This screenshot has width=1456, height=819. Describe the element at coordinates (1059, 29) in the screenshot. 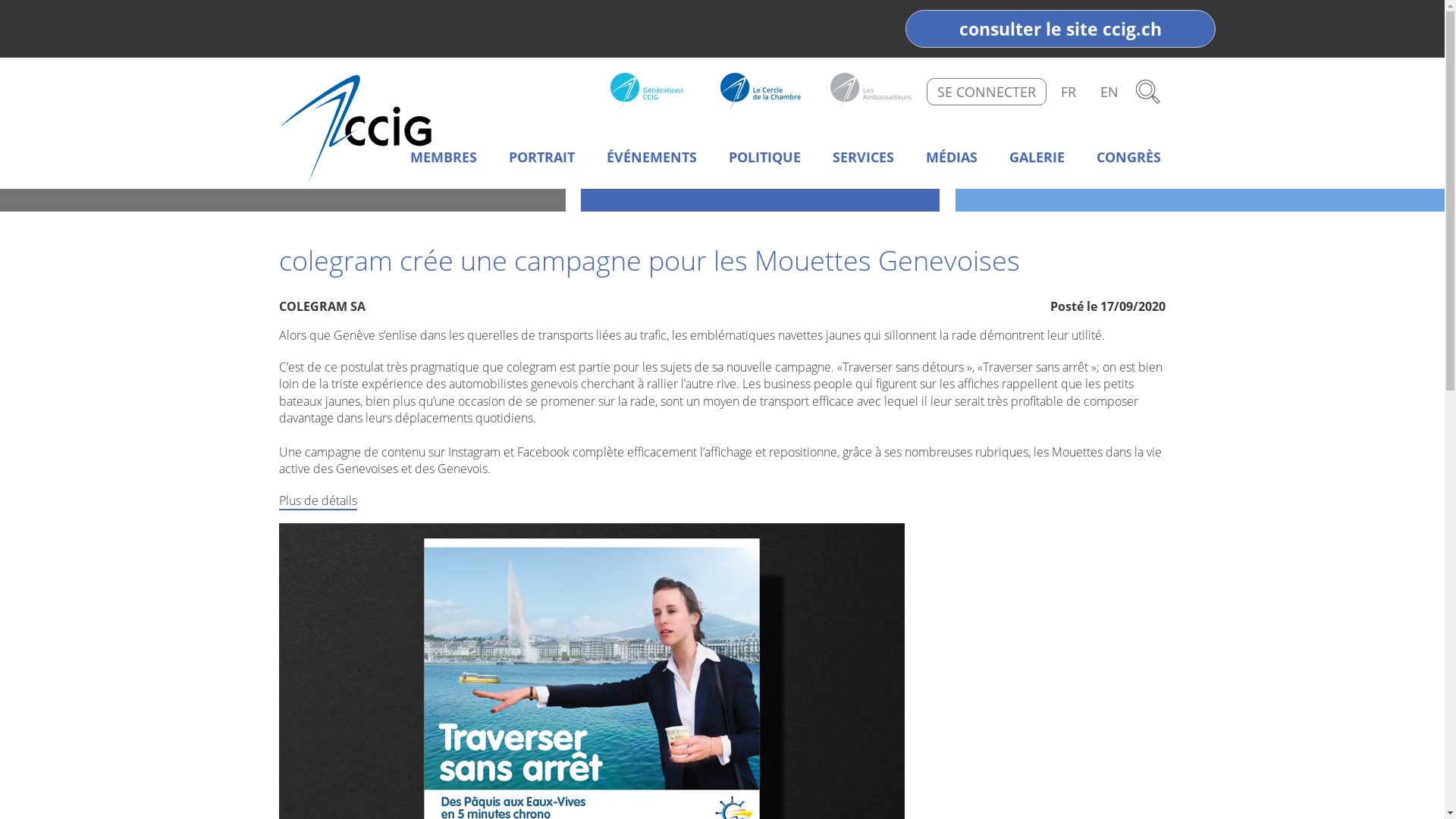

I see `'consulter le site ccig.ch'` at that location.